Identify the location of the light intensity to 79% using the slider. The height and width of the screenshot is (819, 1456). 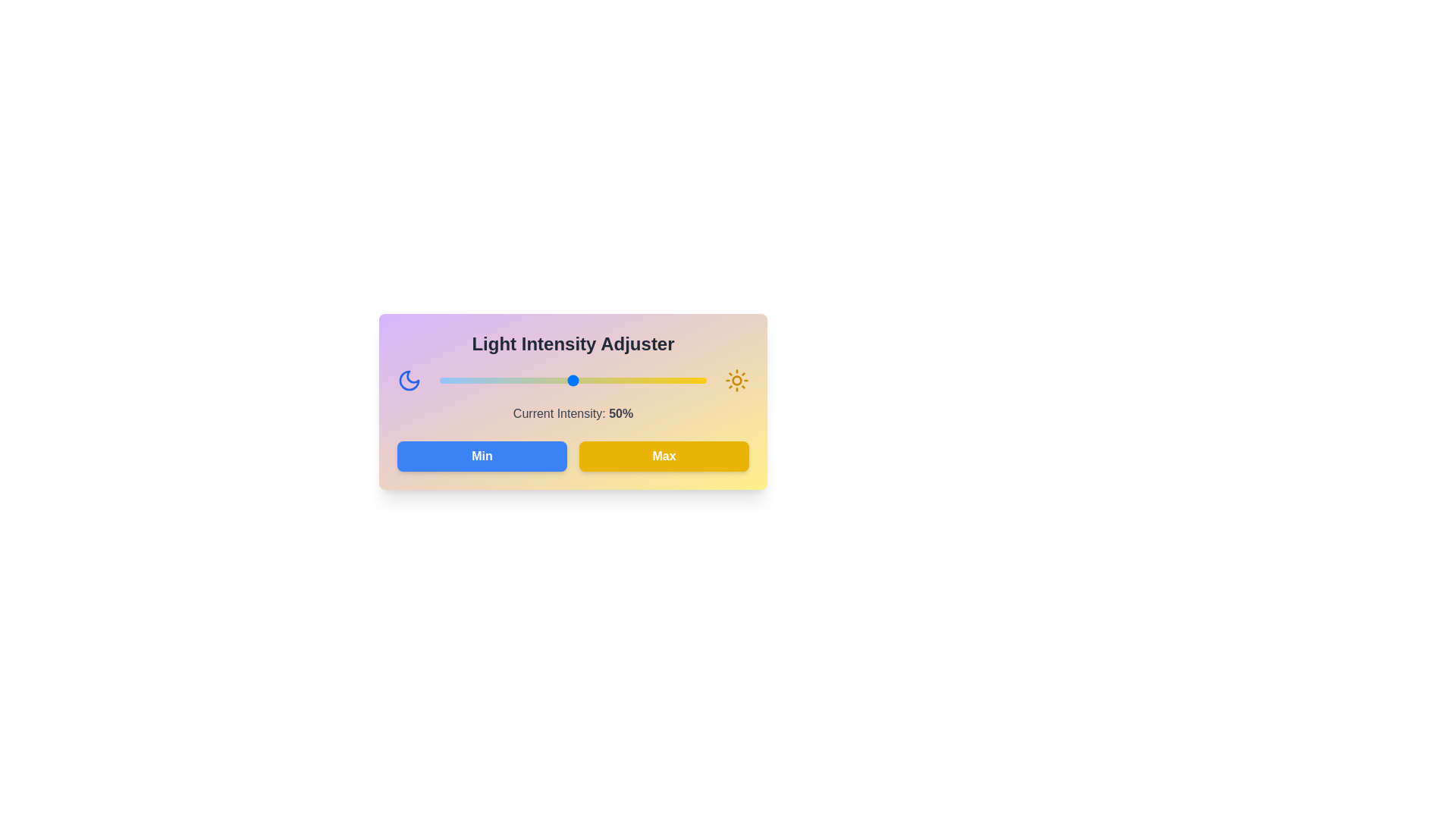
(651, 379).